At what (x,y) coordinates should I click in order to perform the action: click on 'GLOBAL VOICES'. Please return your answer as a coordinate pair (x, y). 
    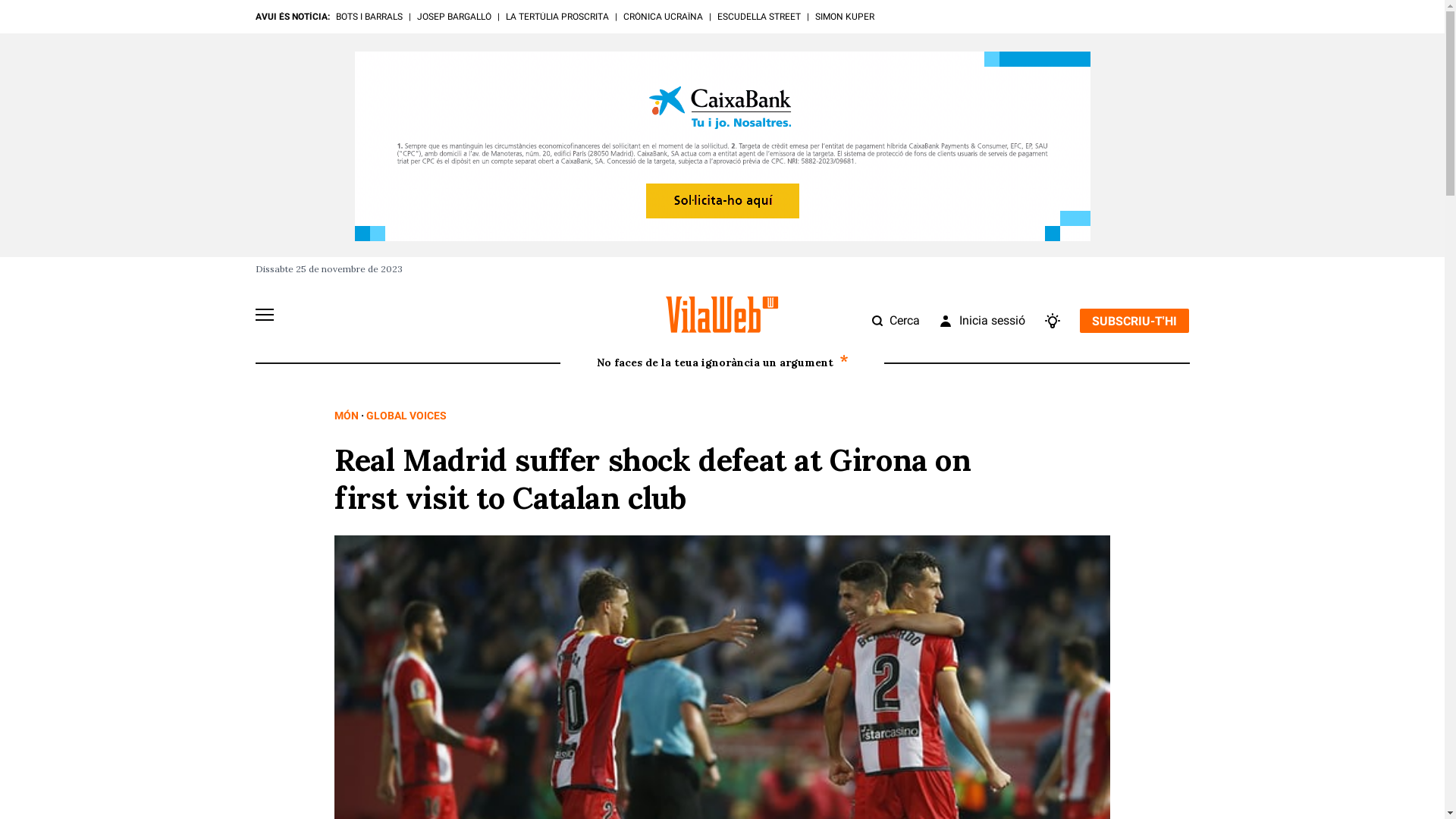
    Looking at the image, I should click on (366, 415).